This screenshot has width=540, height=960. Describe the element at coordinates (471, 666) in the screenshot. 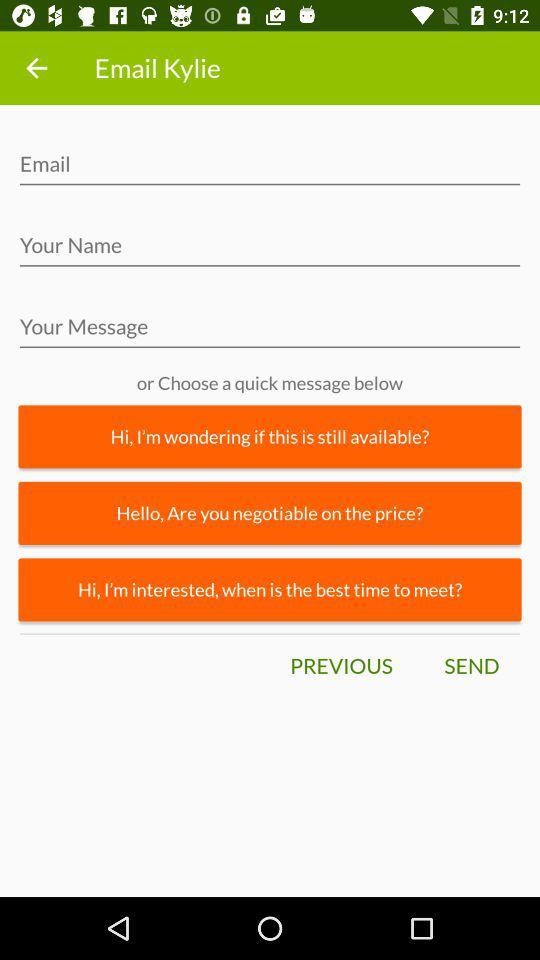

I see `the icon to the right of the previous icon` at that location.